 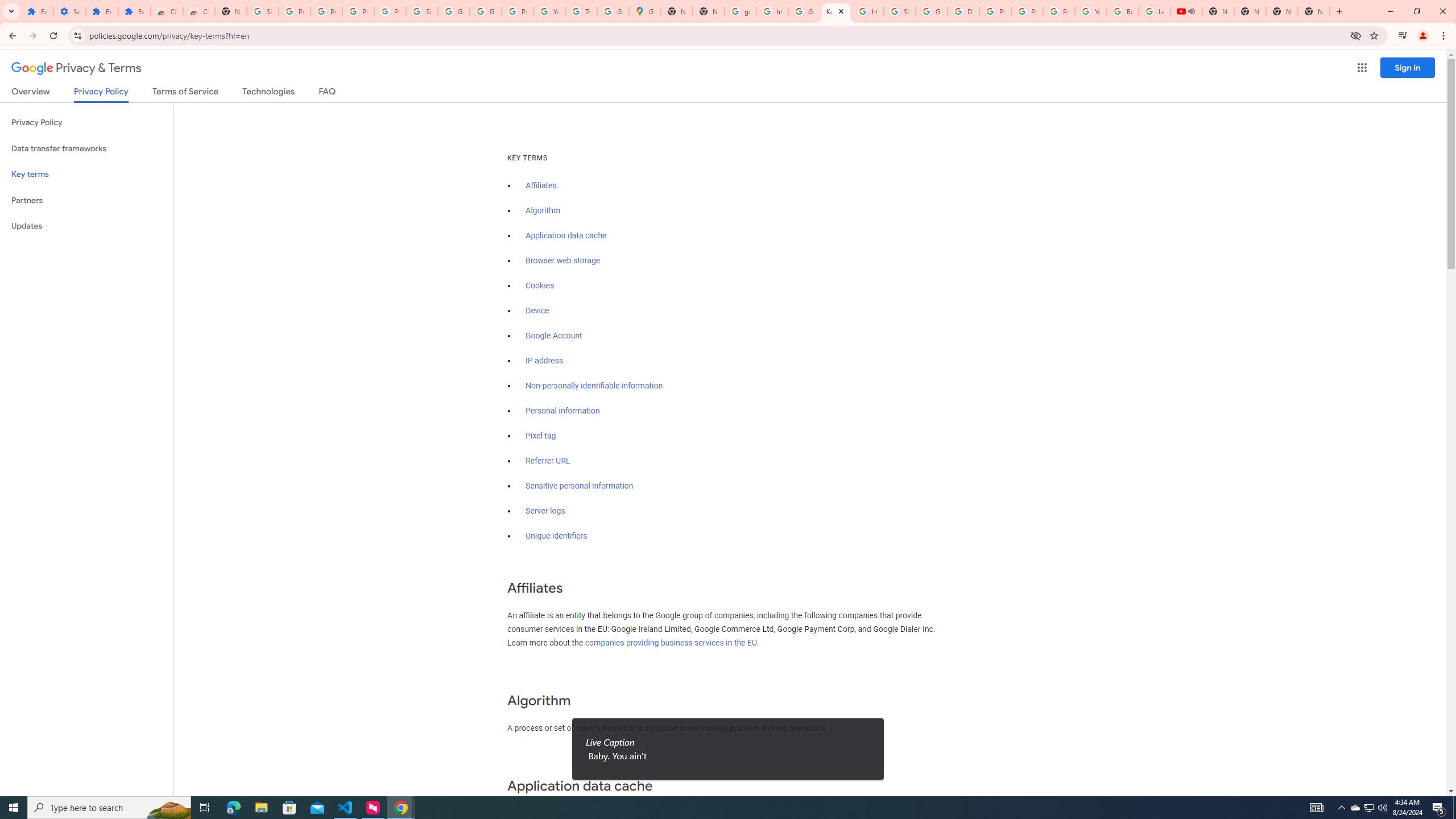 I want to click on 'Sensitive personal information', so click(x=579, y=486).